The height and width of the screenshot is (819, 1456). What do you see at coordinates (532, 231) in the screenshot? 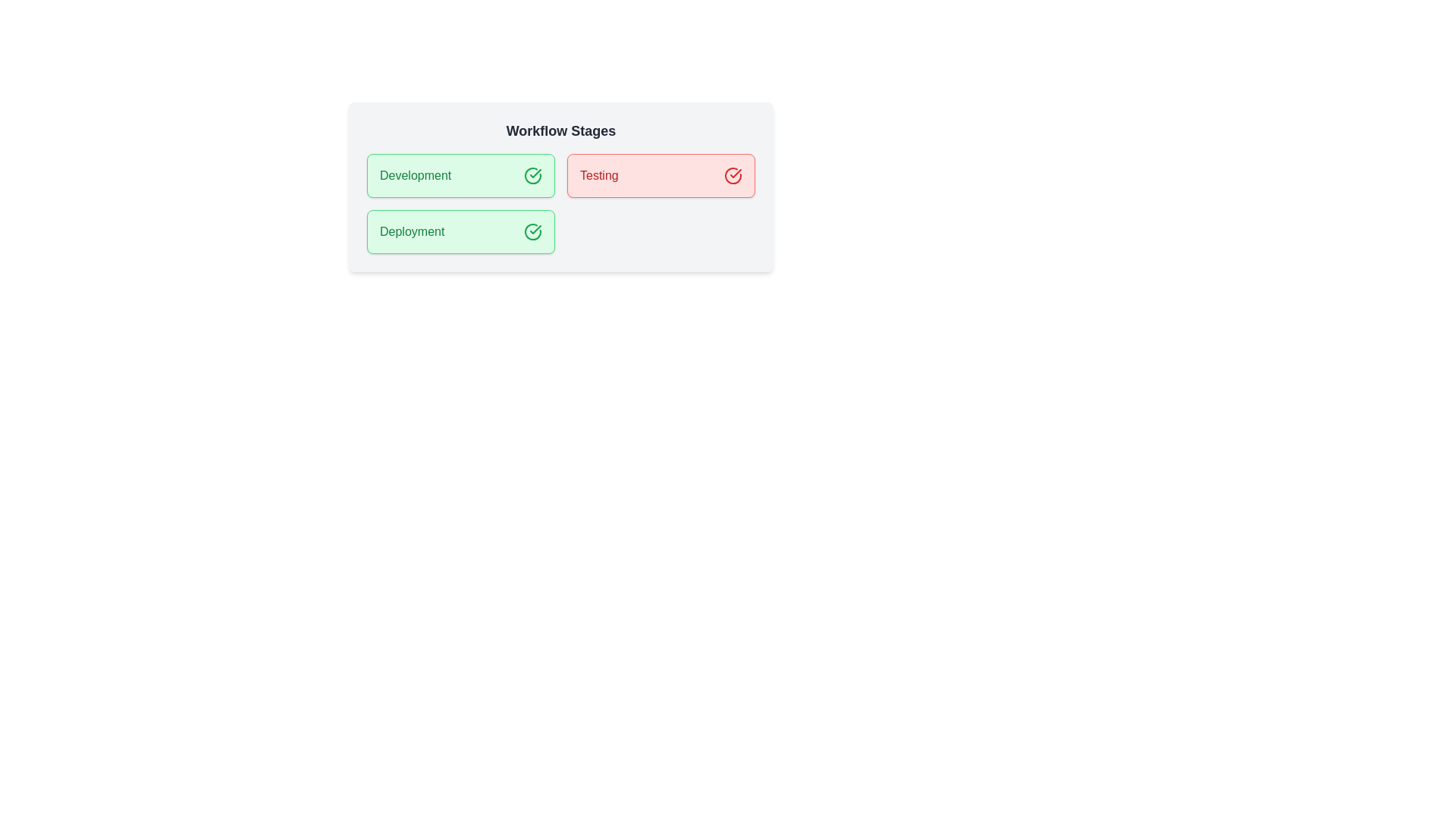
I see `the green circle icon with a checkmark inside, located at the rightmost position of the 'Deployment' button` at bounding box center [532, 231].